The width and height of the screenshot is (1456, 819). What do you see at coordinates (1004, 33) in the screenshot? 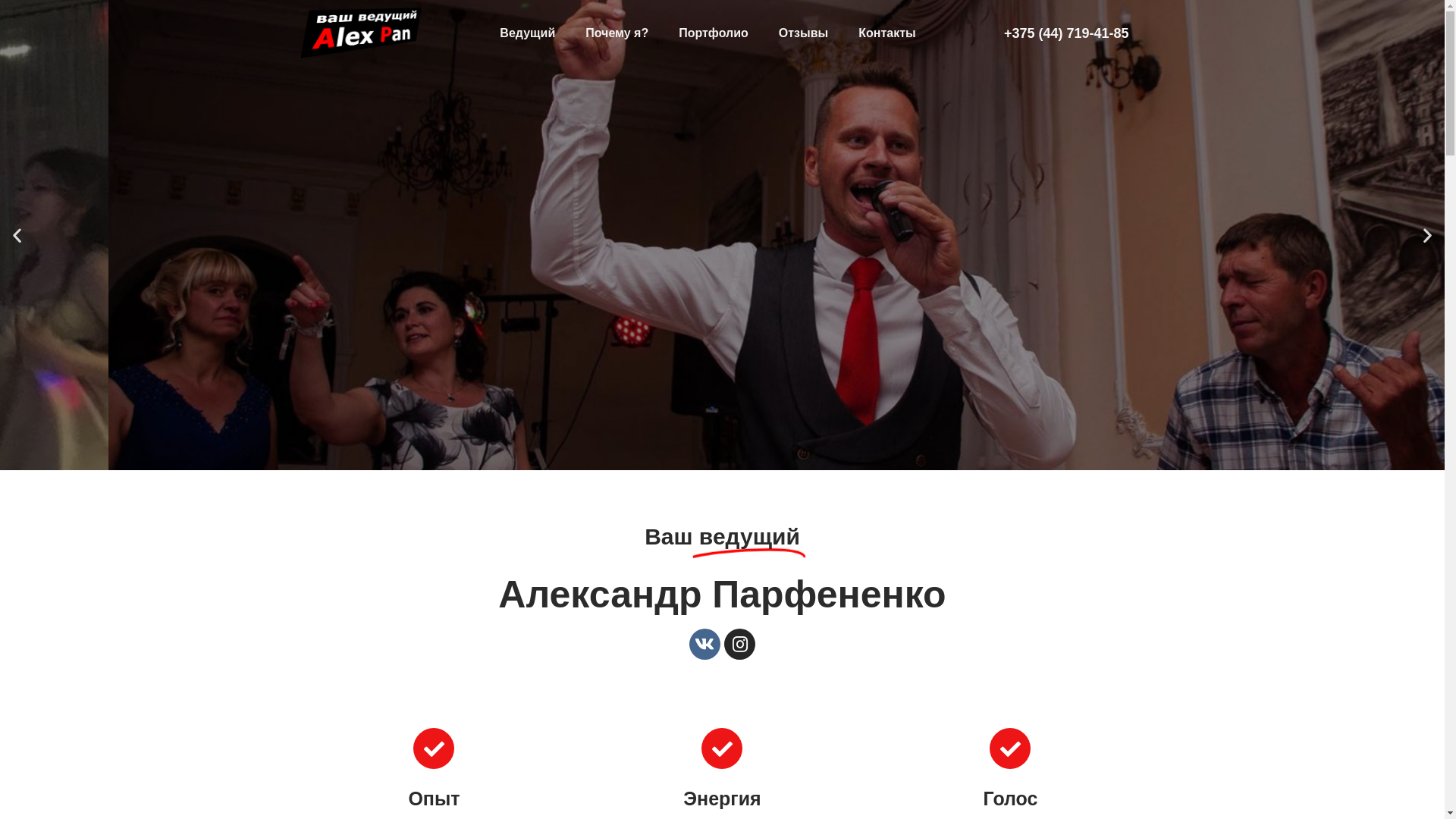
I see `'+375 (44) 719-41-85'` at bounding box center [1004, 33].